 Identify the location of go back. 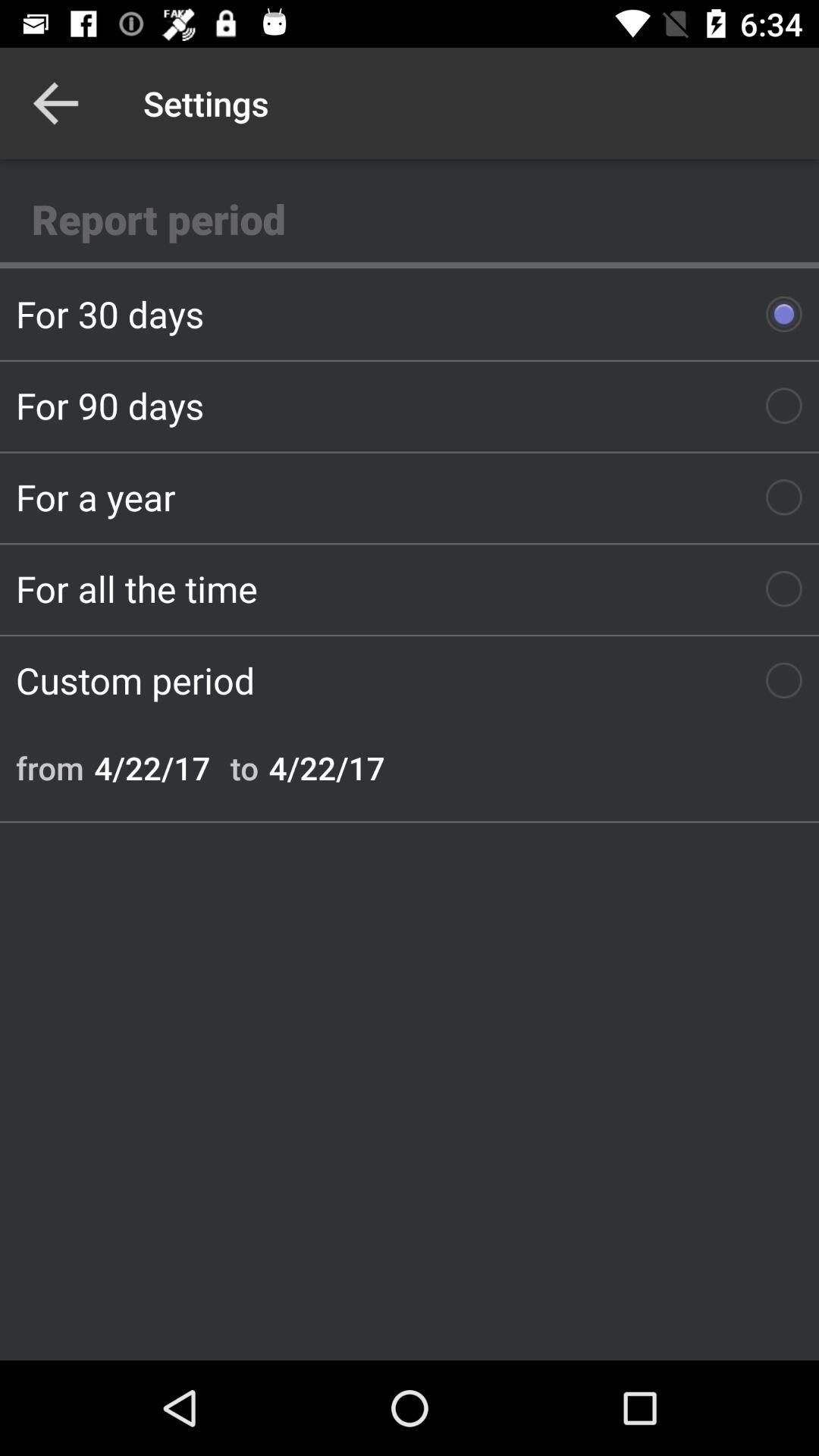
(55, 102).